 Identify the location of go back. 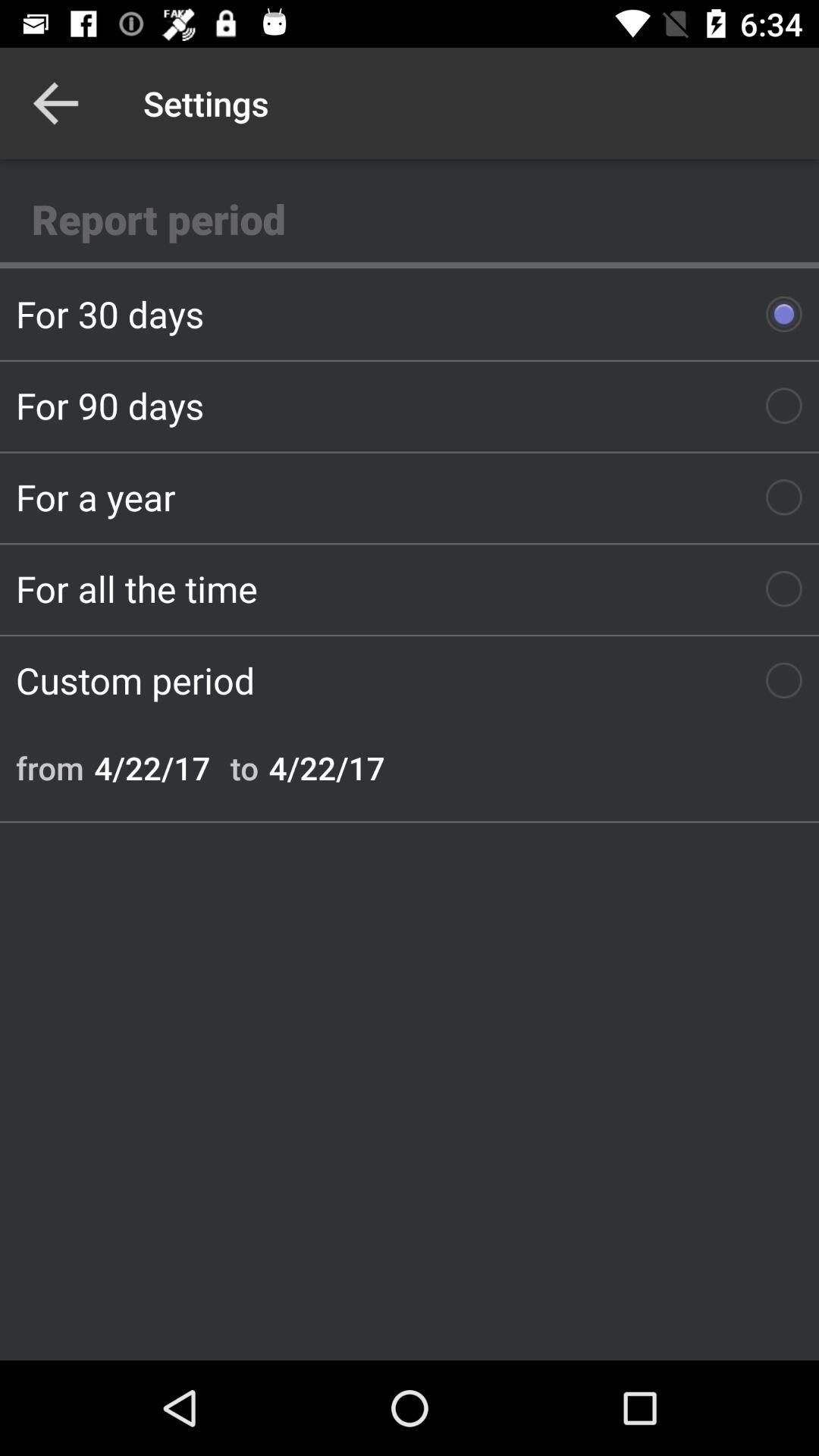
(55, 102).